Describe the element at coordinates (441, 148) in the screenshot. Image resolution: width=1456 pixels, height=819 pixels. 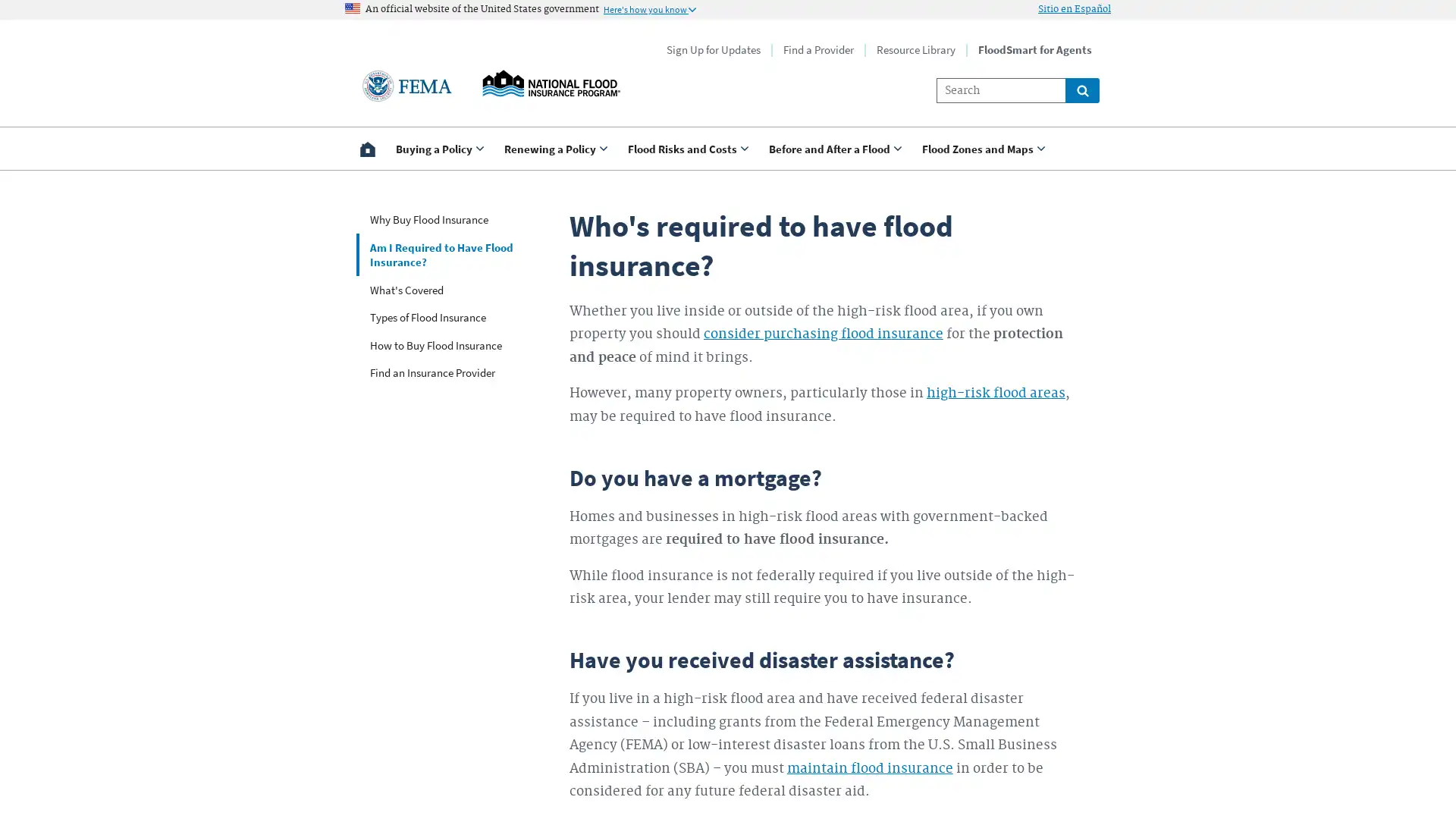
I see `Use <enter> and shift + <enter> to open and close the drop down to sub-menus` at that location.